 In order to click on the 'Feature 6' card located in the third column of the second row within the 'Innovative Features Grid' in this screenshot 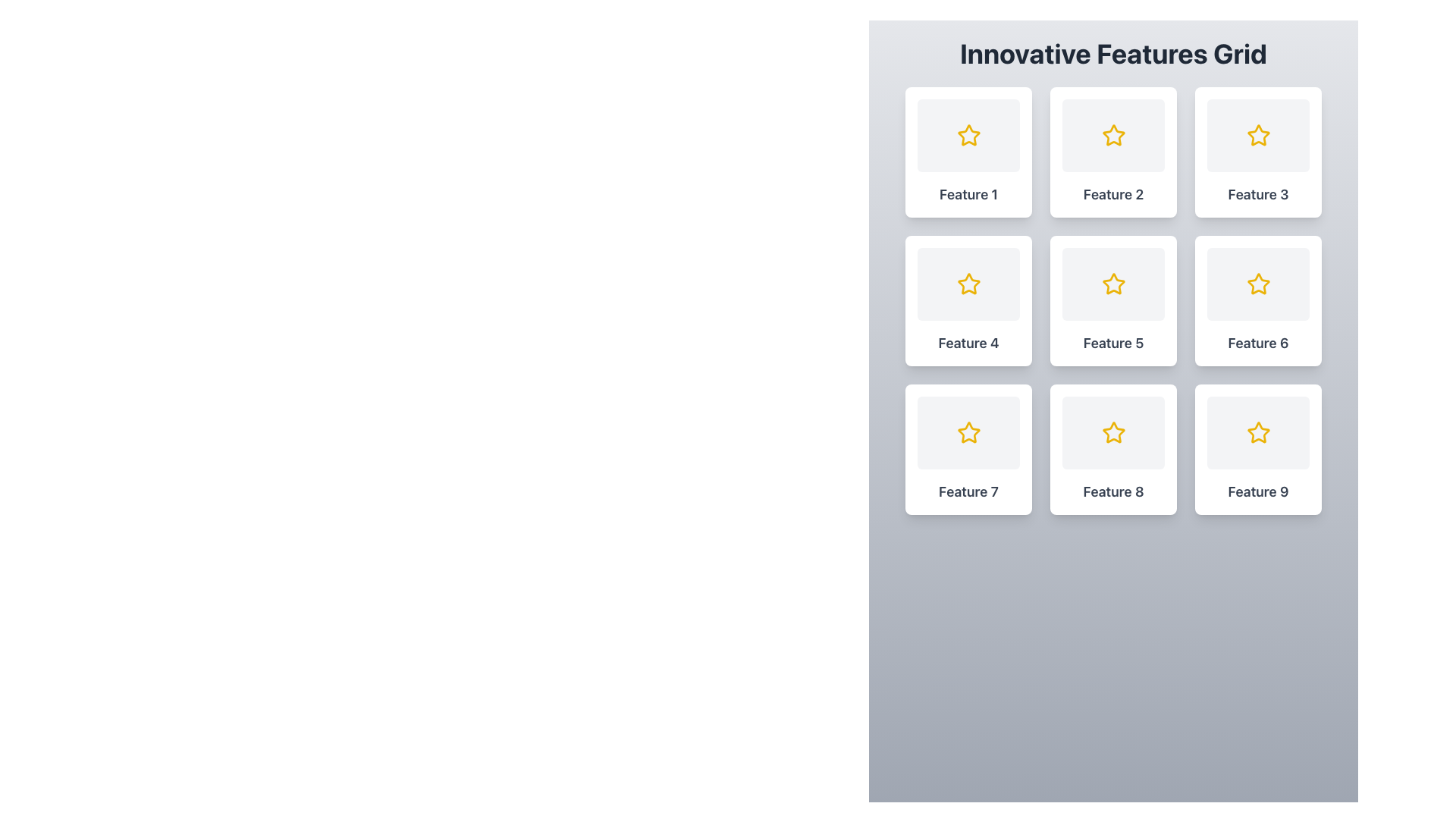, I will do `click(1258, 301)`.